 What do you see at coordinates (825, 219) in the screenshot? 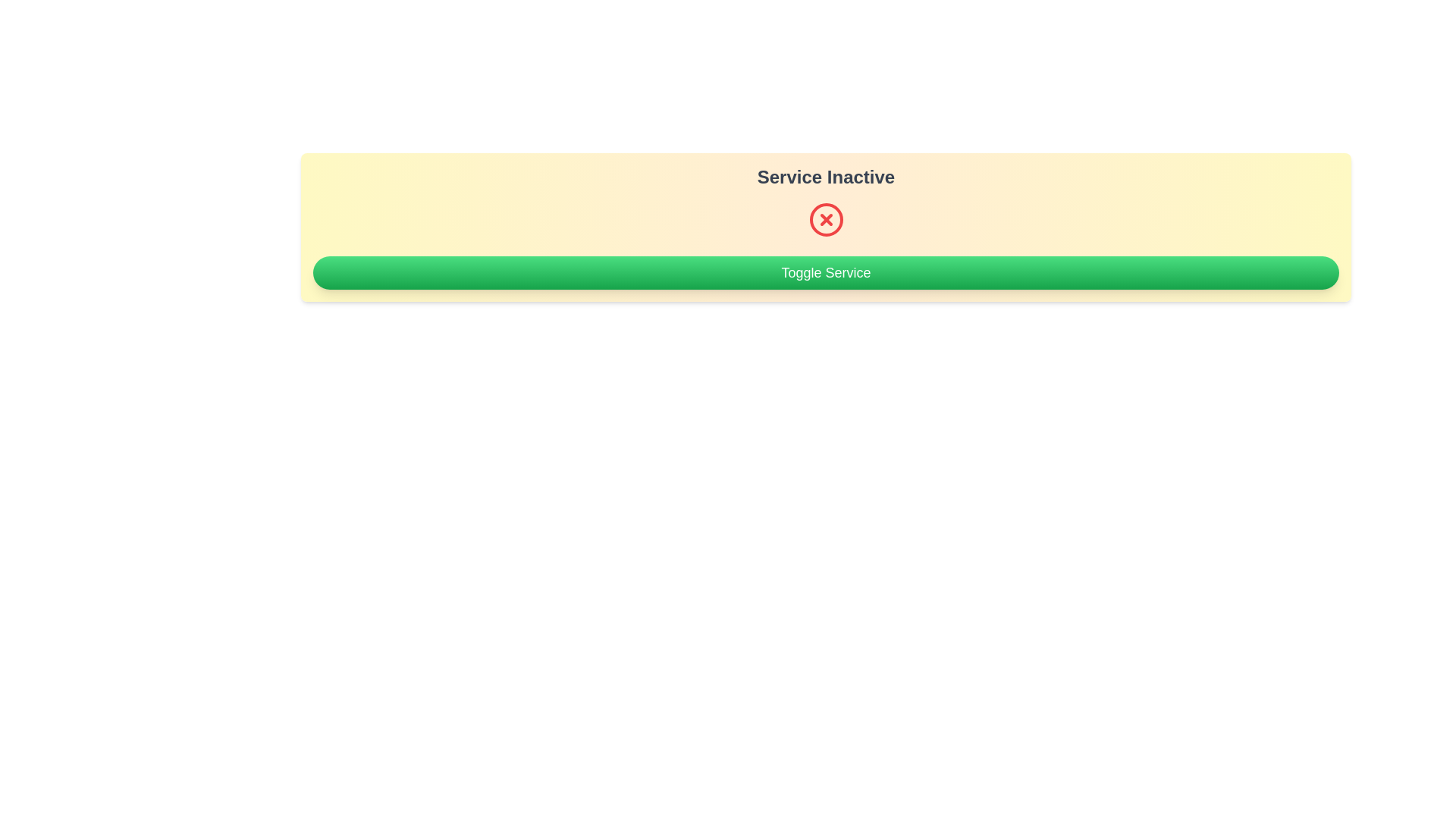
I see `the circular icon indicating the inactive status, which is positioned below the 'Service Inactive' label and above the 'Toggle Service' button` at bounding box center [825, 219].